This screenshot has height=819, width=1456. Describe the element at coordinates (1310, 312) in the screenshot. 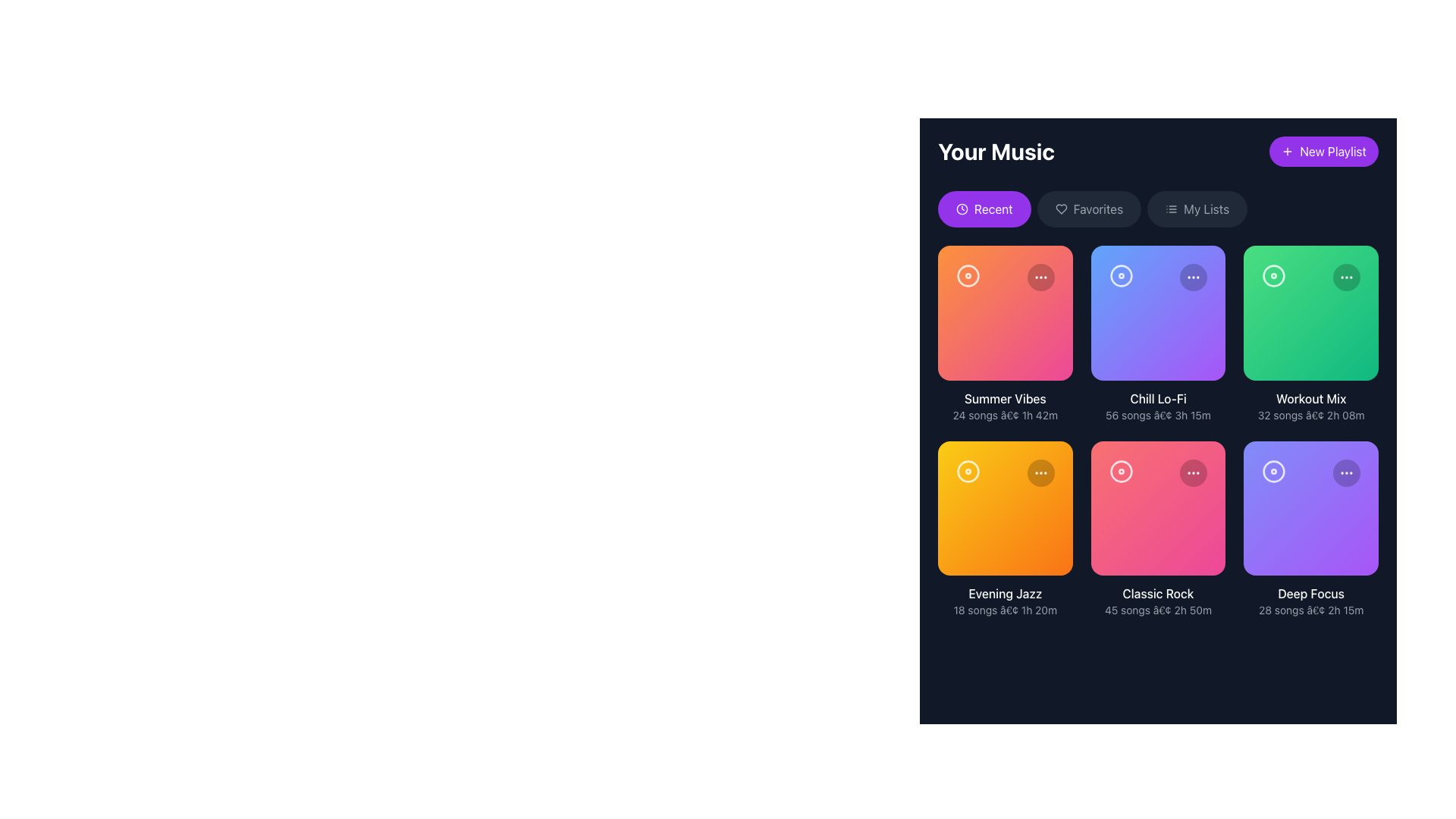

I see `the 'Workout Mix' playlist card, which is the third item` at that location.